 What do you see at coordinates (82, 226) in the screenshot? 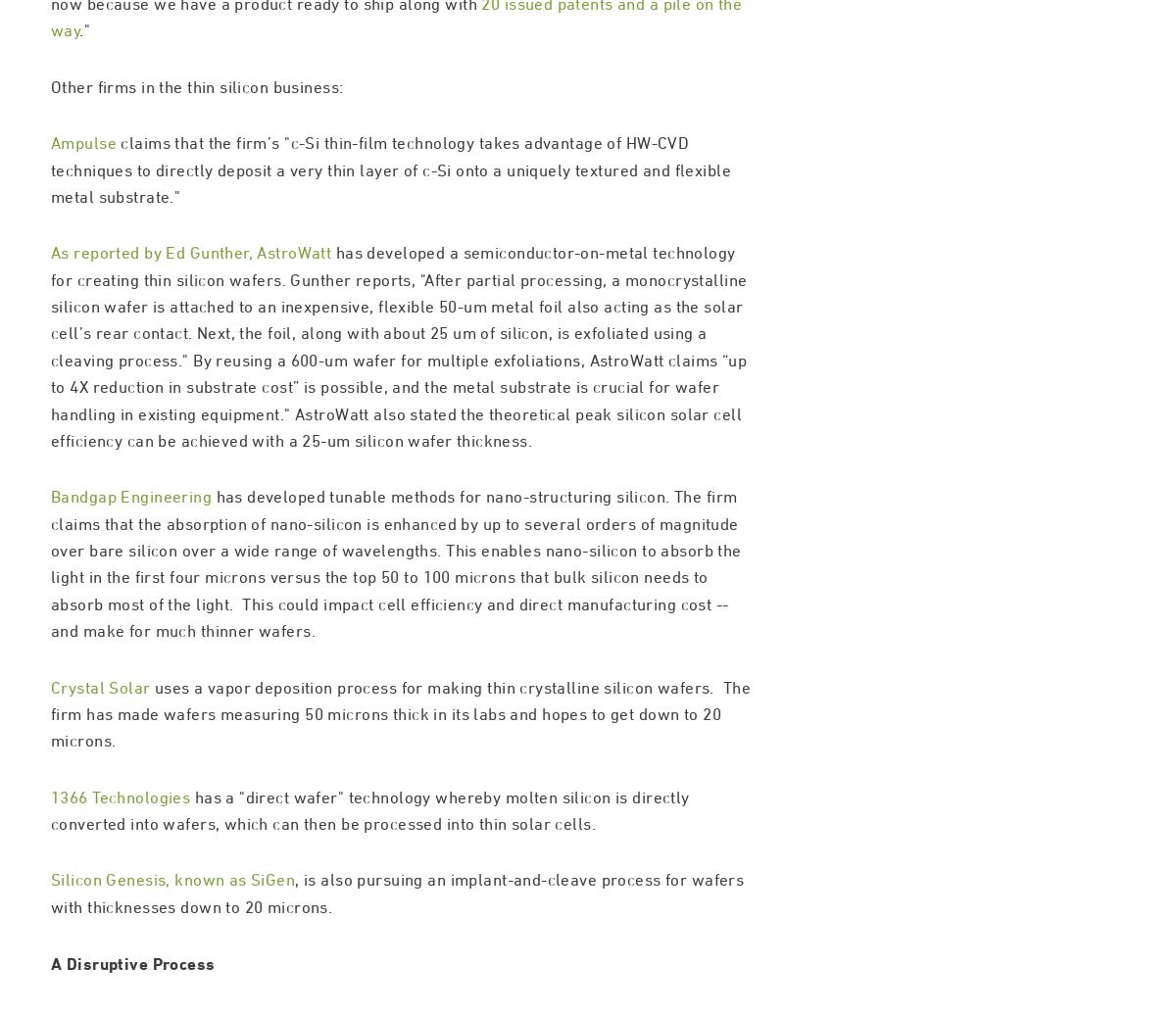
I see `'Ampulse'` at bounding box center [82, 226].